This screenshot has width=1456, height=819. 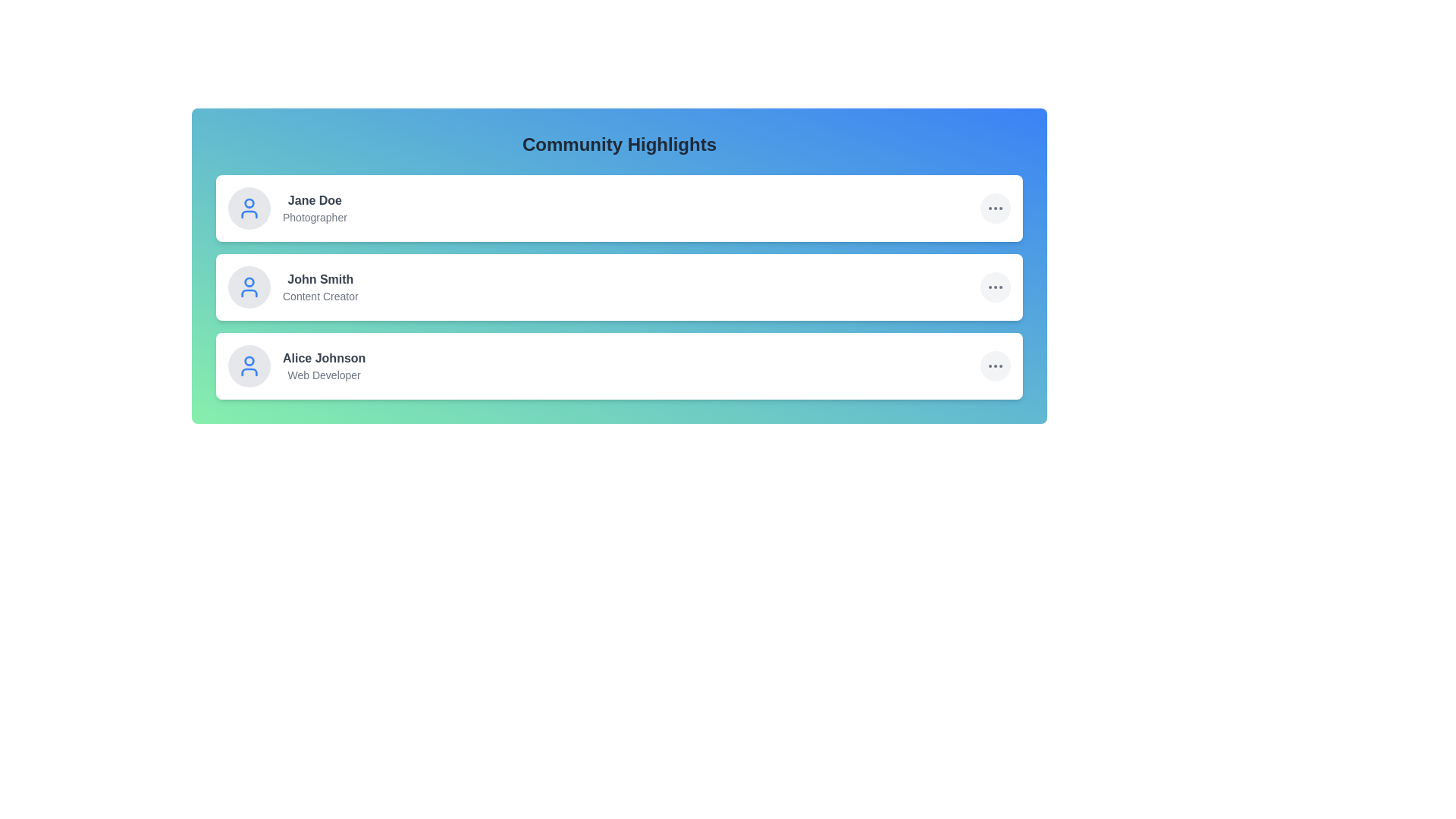 What do you see at coordinates (319, 280) in the screenshot?
I see `text 'John Smith' displayed in bold within the second item of the user profiles list in the community highlights section` at bounding box center [319, 280].